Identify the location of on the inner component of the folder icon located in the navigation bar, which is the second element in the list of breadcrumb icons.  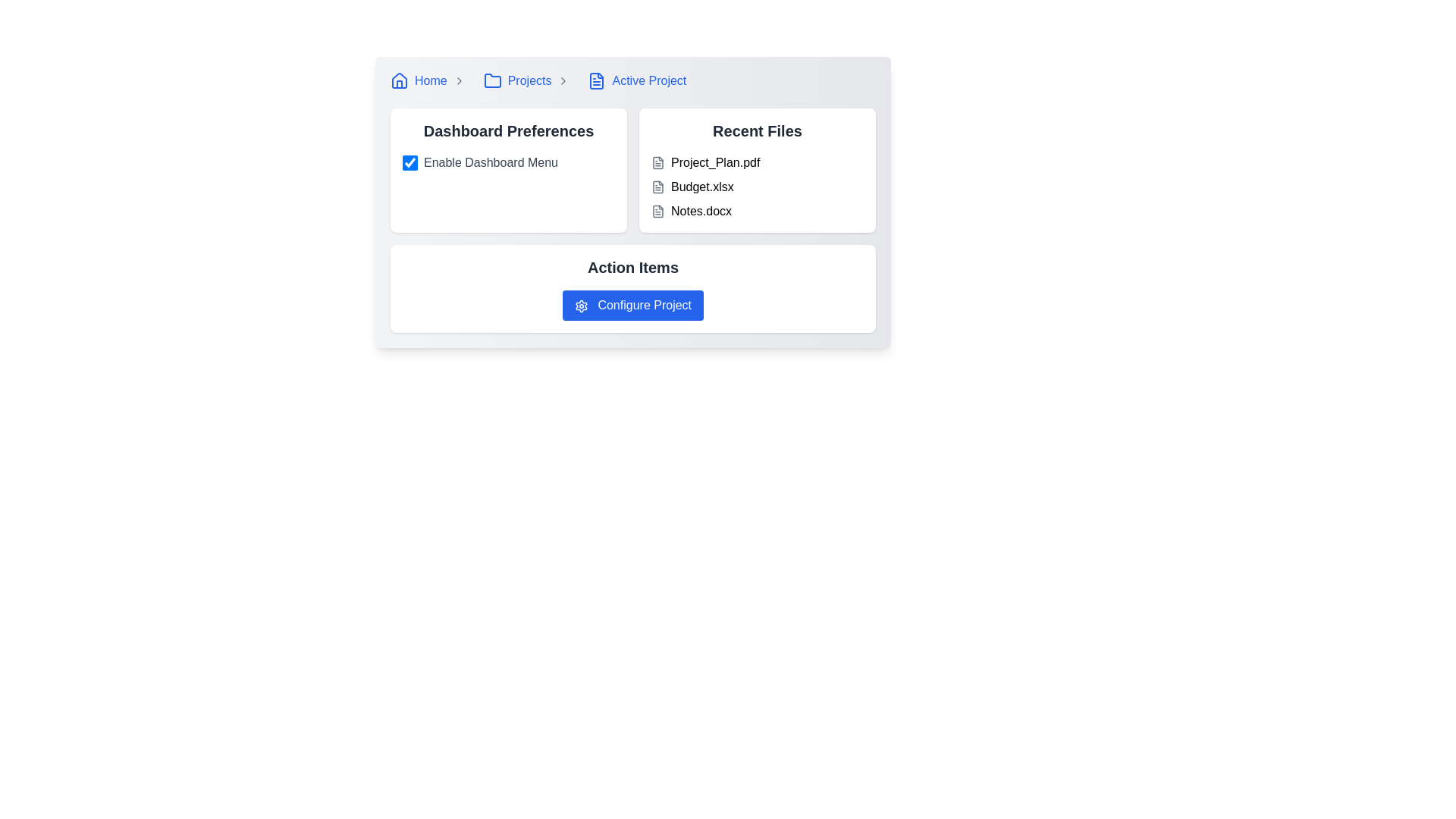
(492, 80).